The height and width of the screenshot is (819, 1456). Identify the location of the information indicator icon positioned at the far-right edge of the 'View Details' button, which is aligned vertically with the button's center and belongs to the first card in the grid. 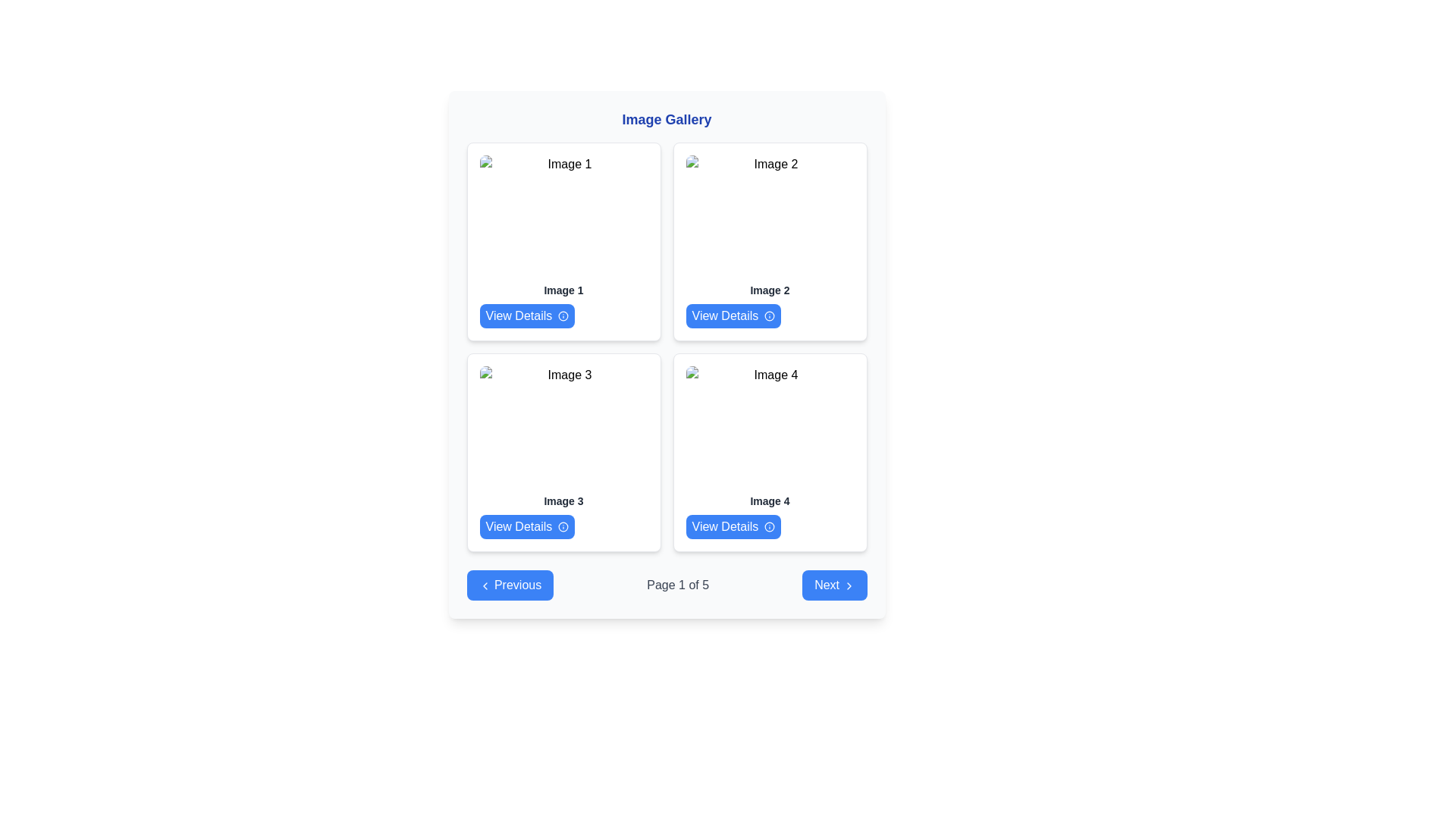
(563, 315).